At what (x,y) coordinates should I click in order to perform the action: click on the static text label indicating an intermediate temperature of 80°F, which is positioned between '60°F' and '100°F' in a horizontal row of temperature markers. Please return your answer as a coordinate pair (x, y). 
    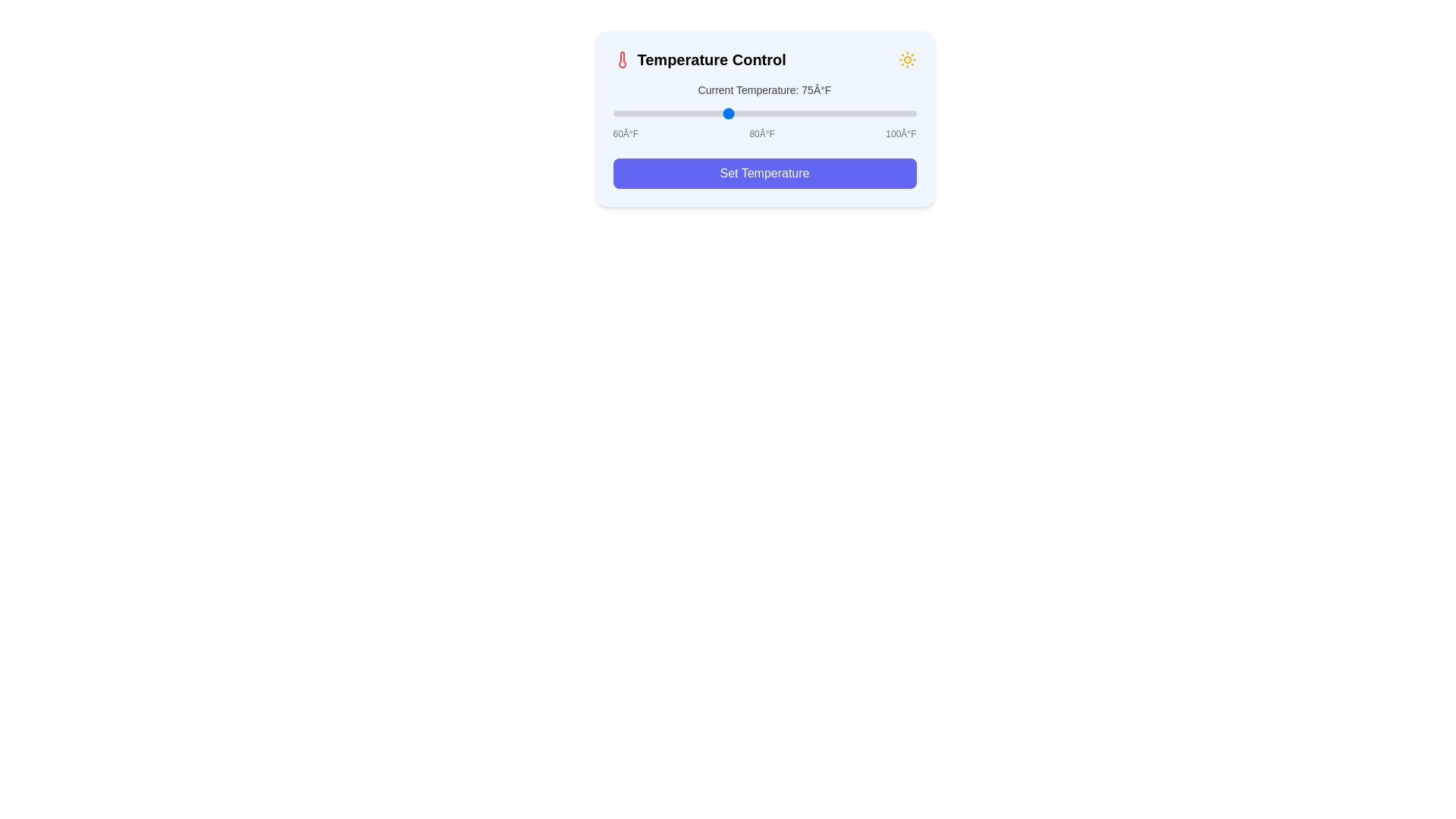
    Looking at the image, I should click on (762, 133).